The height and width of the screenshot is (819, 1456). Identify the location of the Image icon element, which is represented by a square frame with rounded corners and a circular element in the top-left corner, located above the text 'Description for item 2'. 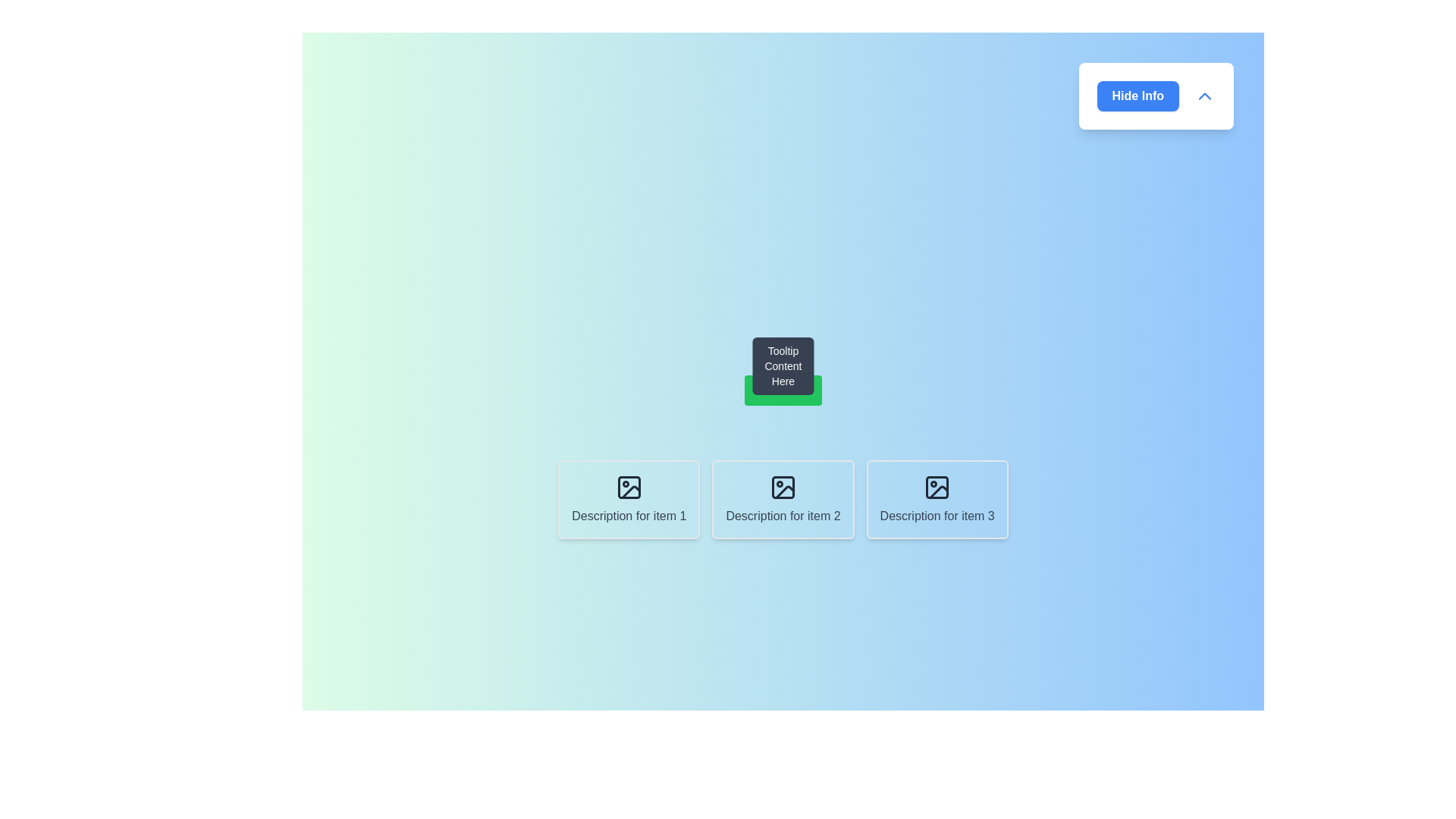
(783, 488).